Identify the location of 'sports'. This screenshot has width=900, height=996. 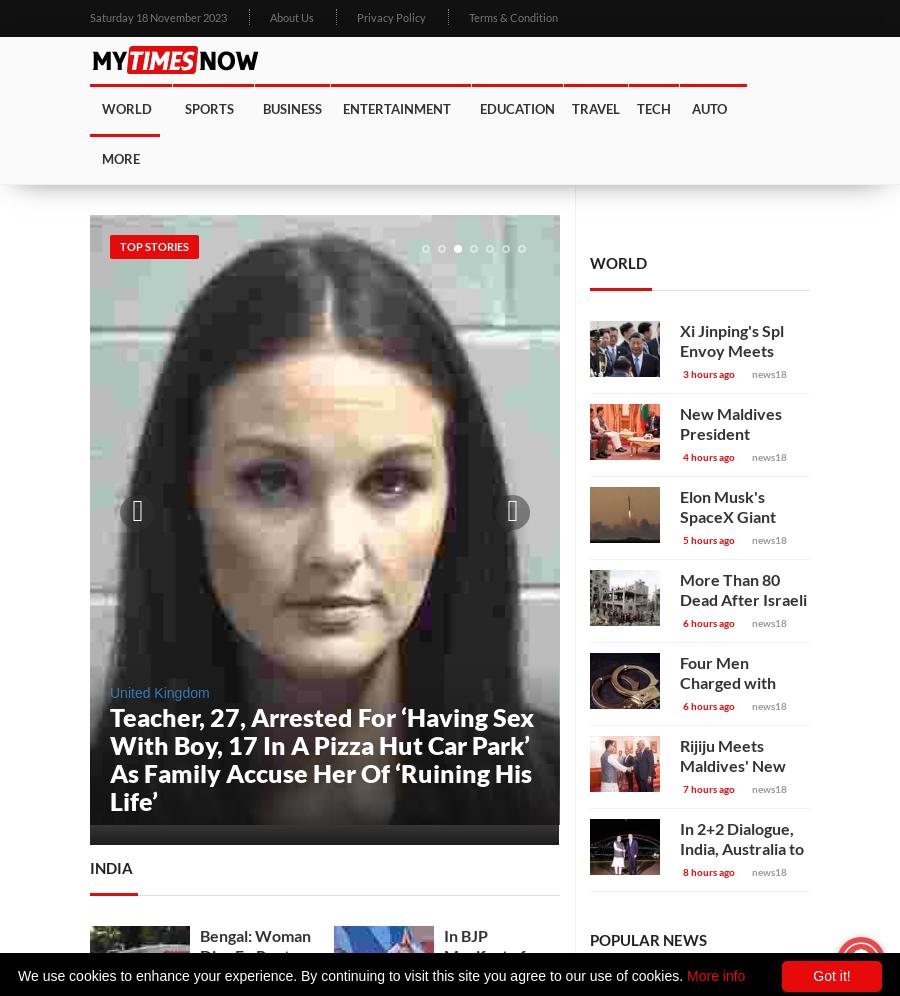
(209, 108).